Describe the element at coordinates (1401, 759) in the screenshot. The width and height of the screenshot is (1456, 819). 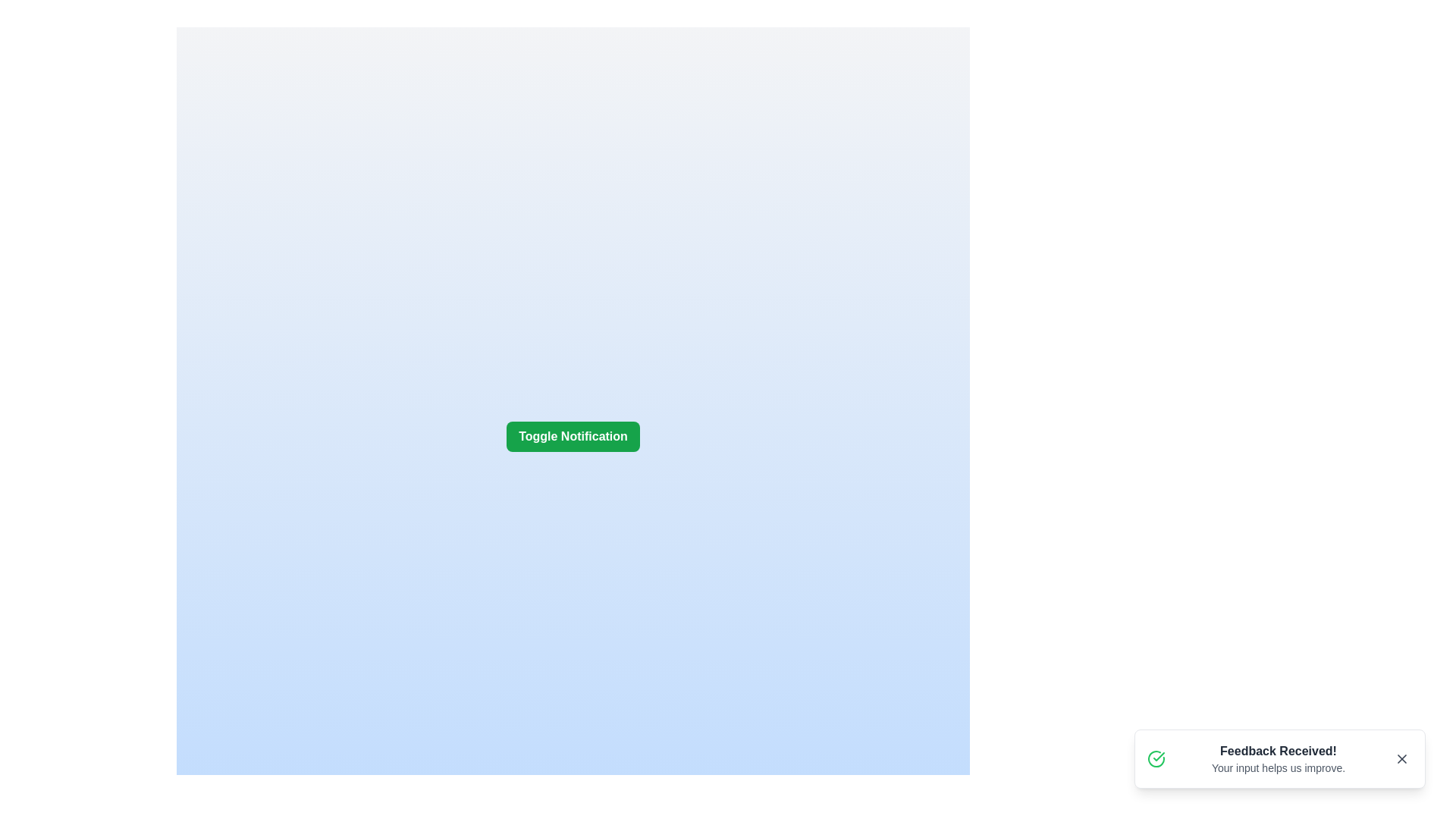
I see `the 'X' button to close the notification` at that location.